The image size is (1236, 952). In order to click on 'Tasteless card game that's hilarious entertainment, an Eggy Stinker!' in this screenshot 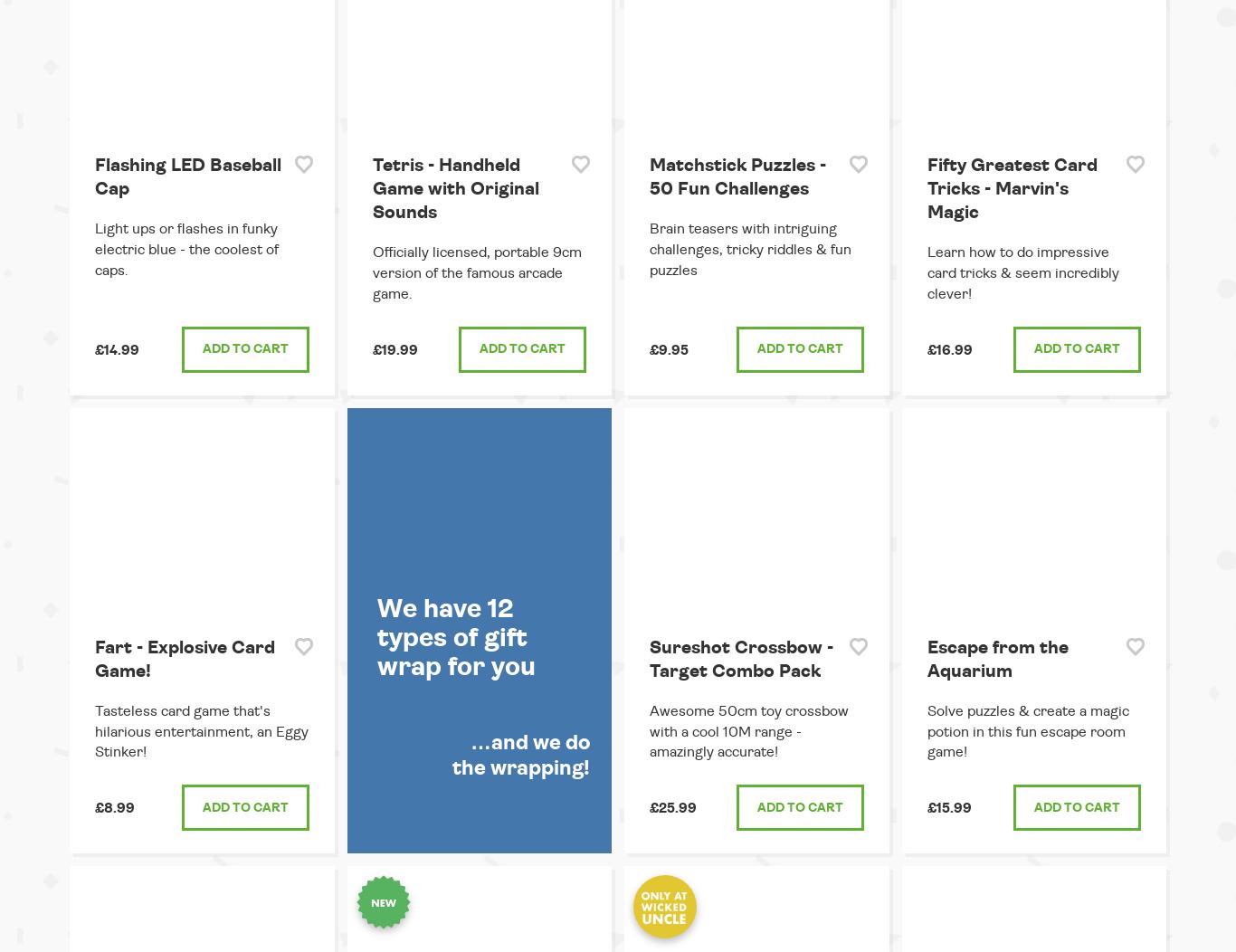, I will do `click(201, 731)`.